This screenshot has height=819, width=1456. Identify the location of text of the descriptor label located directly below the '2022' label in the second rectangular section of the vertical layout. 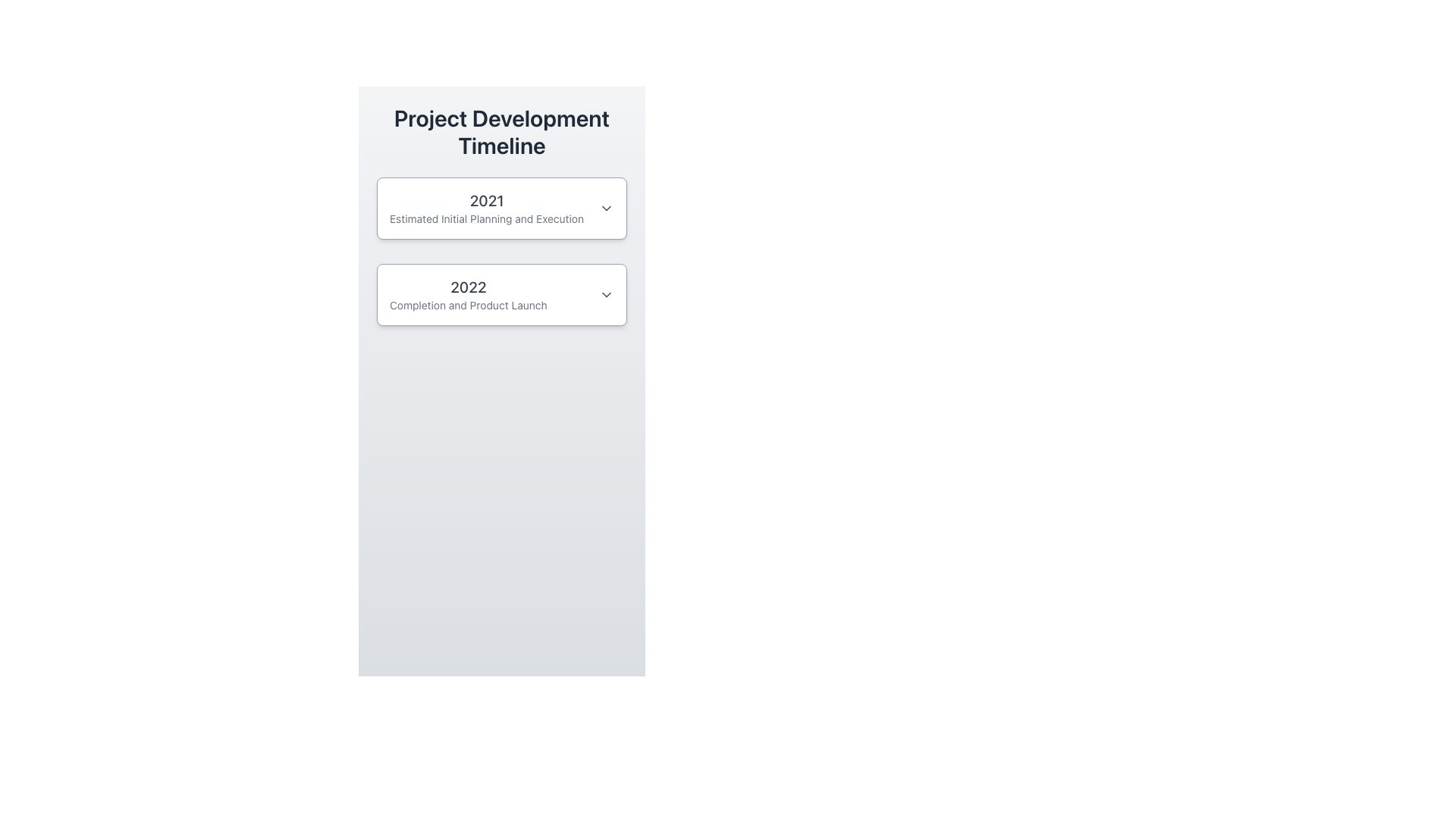
(467, 305).